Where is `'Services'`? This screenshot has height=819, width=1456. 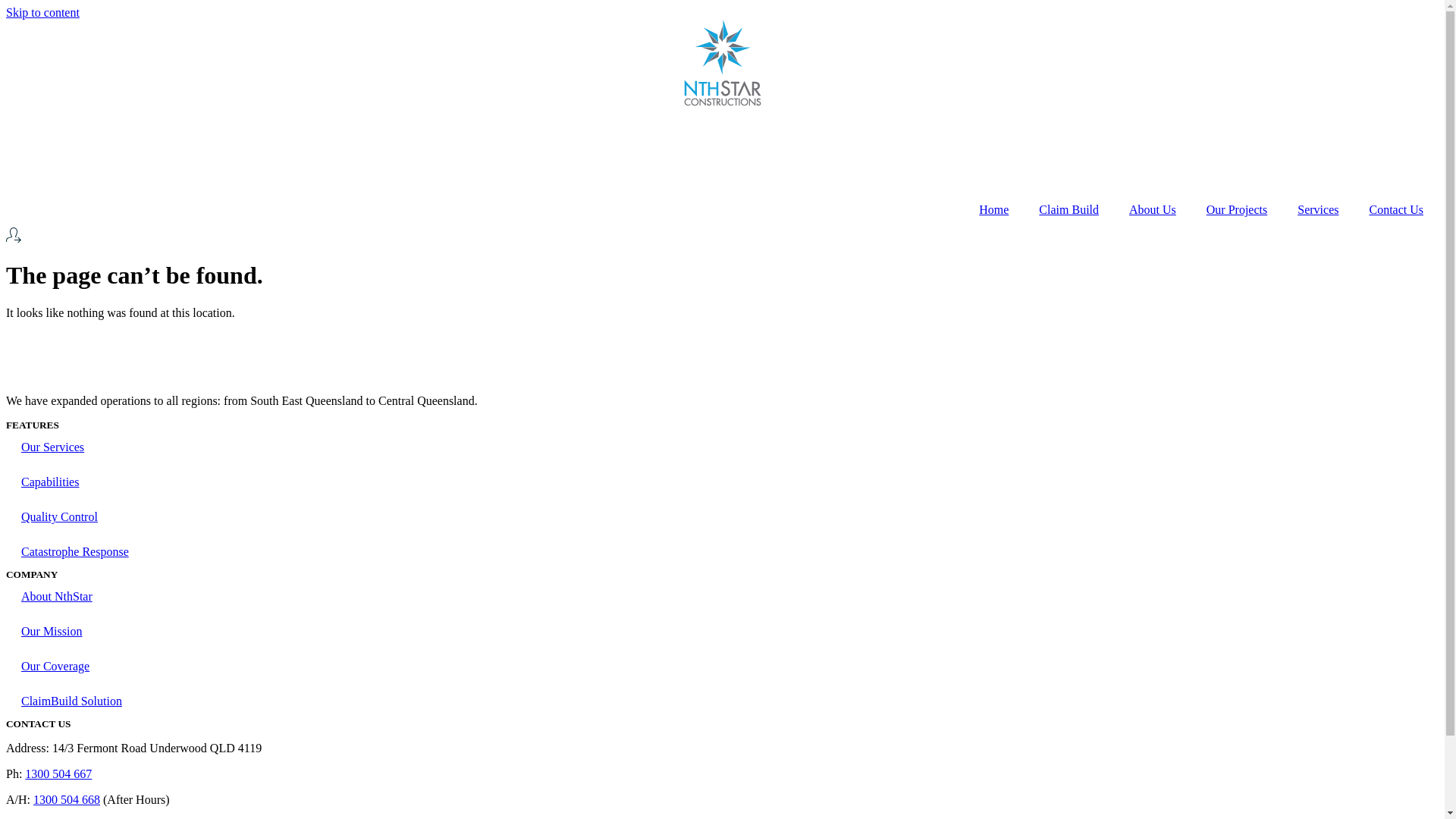
'Services' is located at coordinates (1316, 210).